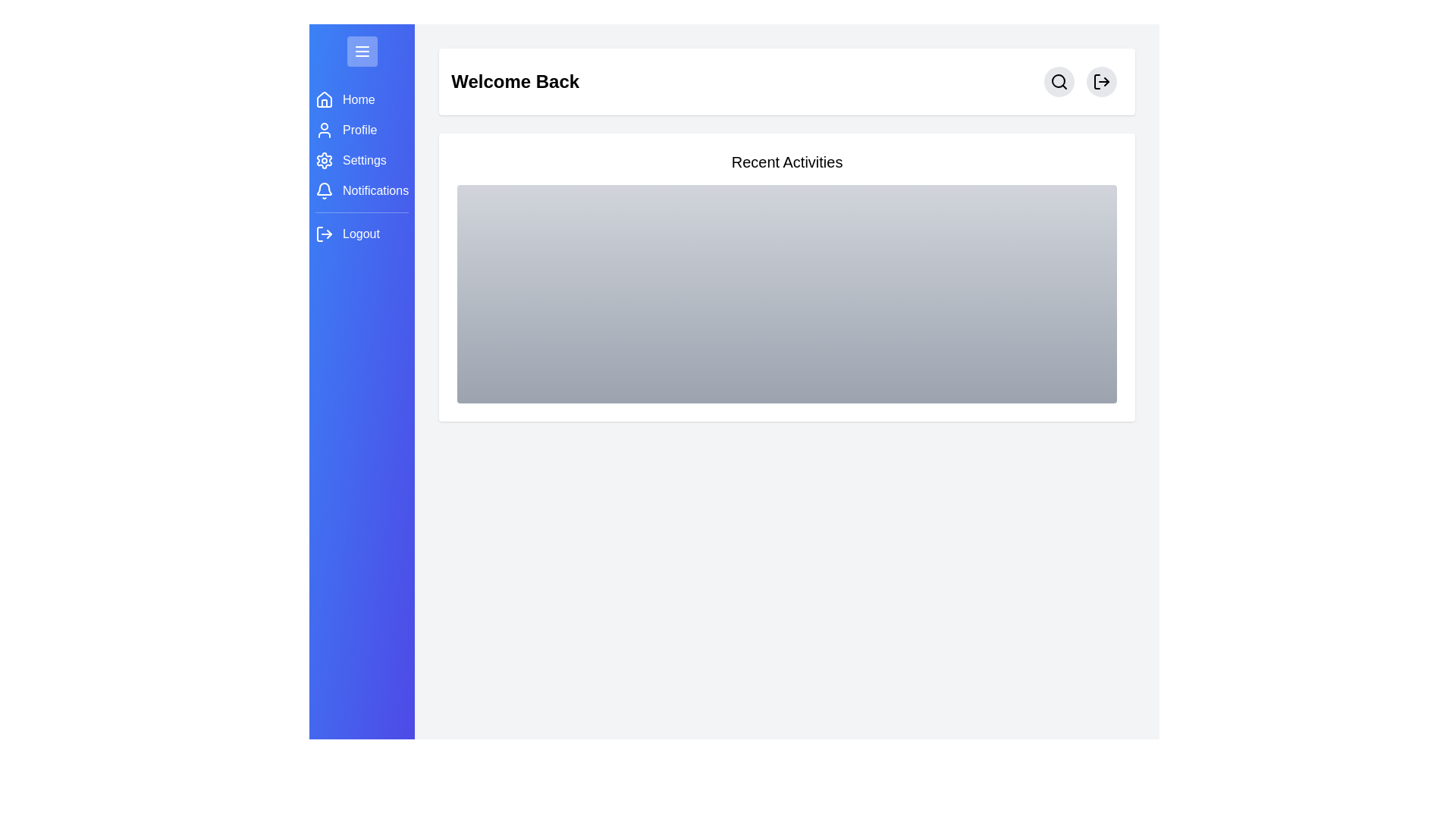 This screenshot has height=819, width=1456. Describe the element at coordinates (1058, 81) in the screenshot. I see `the circular magnifying glass icon located in the top-right area of the interface, above the 'Recent Activities' heading` at that location.